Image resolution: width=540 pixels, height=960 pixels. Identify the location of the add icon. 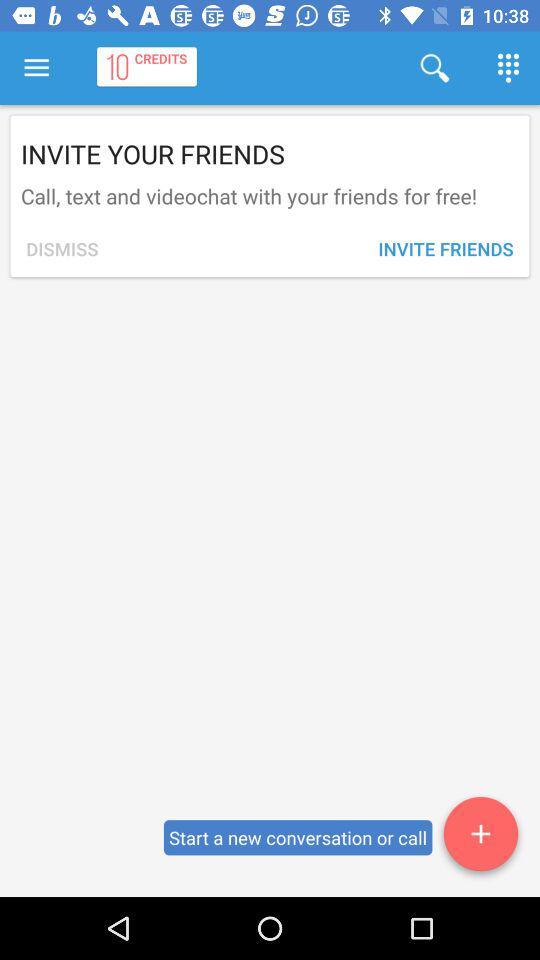
(479, 837).